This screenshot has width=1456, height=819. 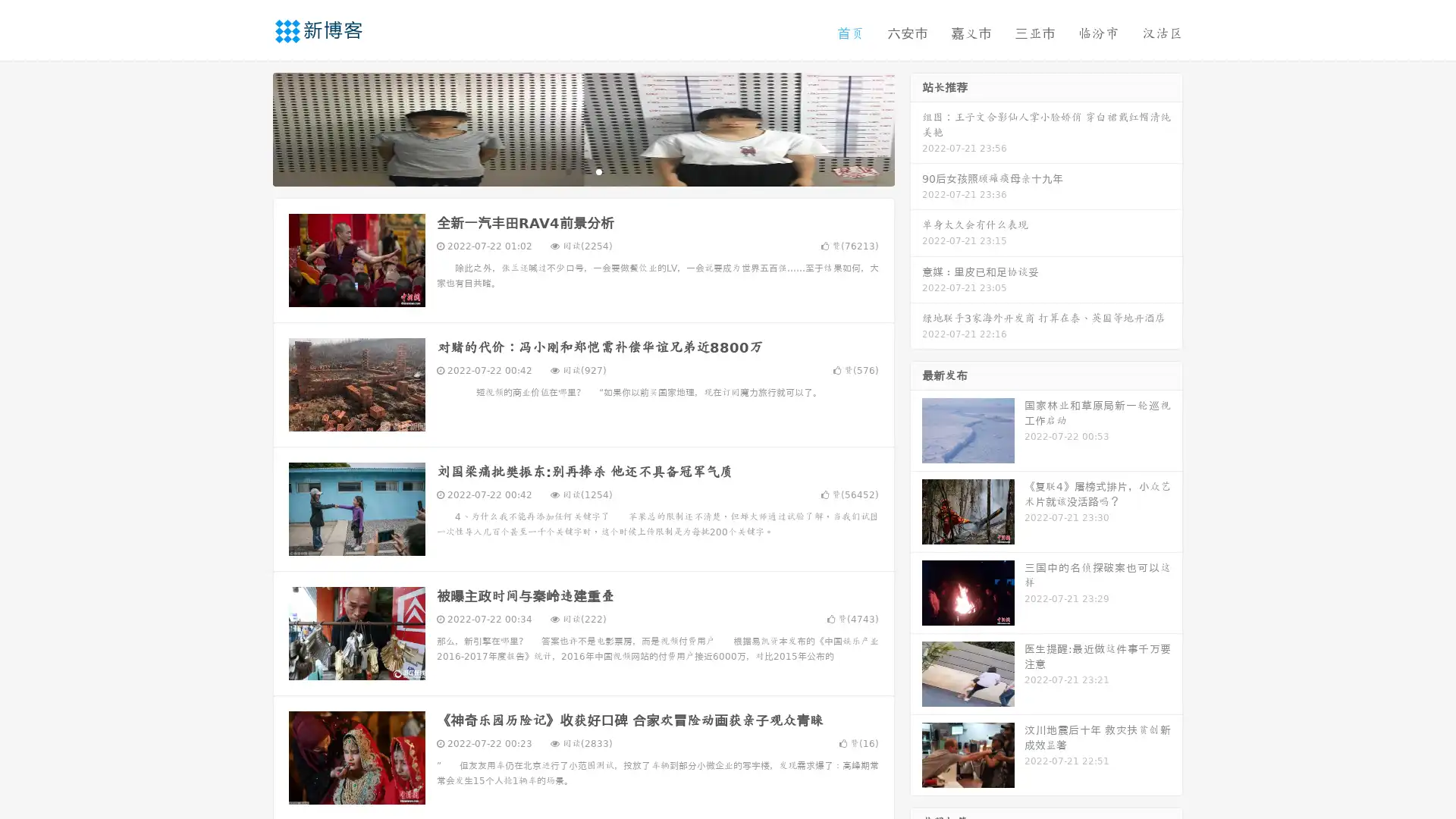 I want to click on Previous slide, so click(x=250, y=127).